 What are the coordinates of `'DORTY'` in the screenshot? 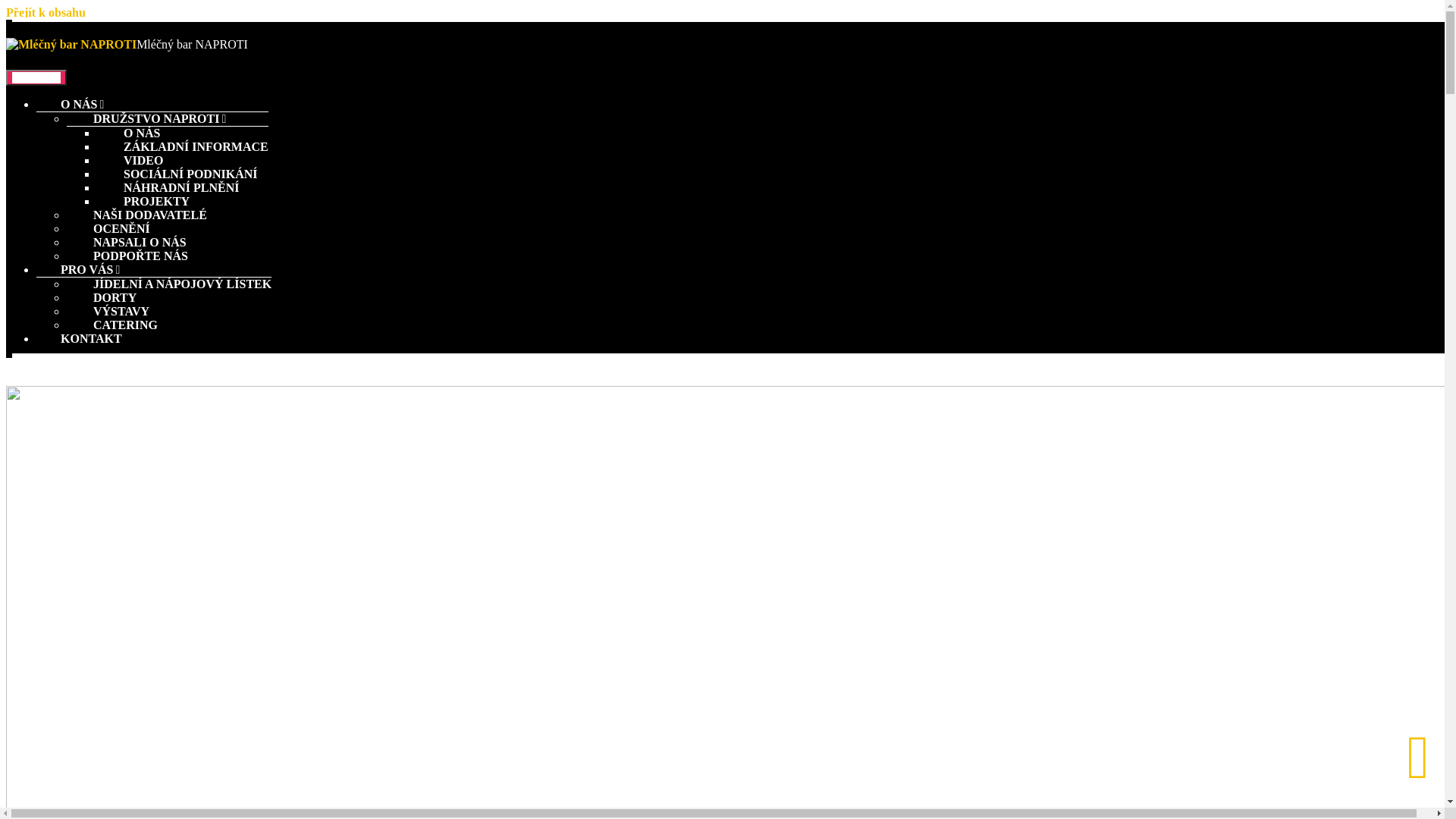 It's located at (101, 280).